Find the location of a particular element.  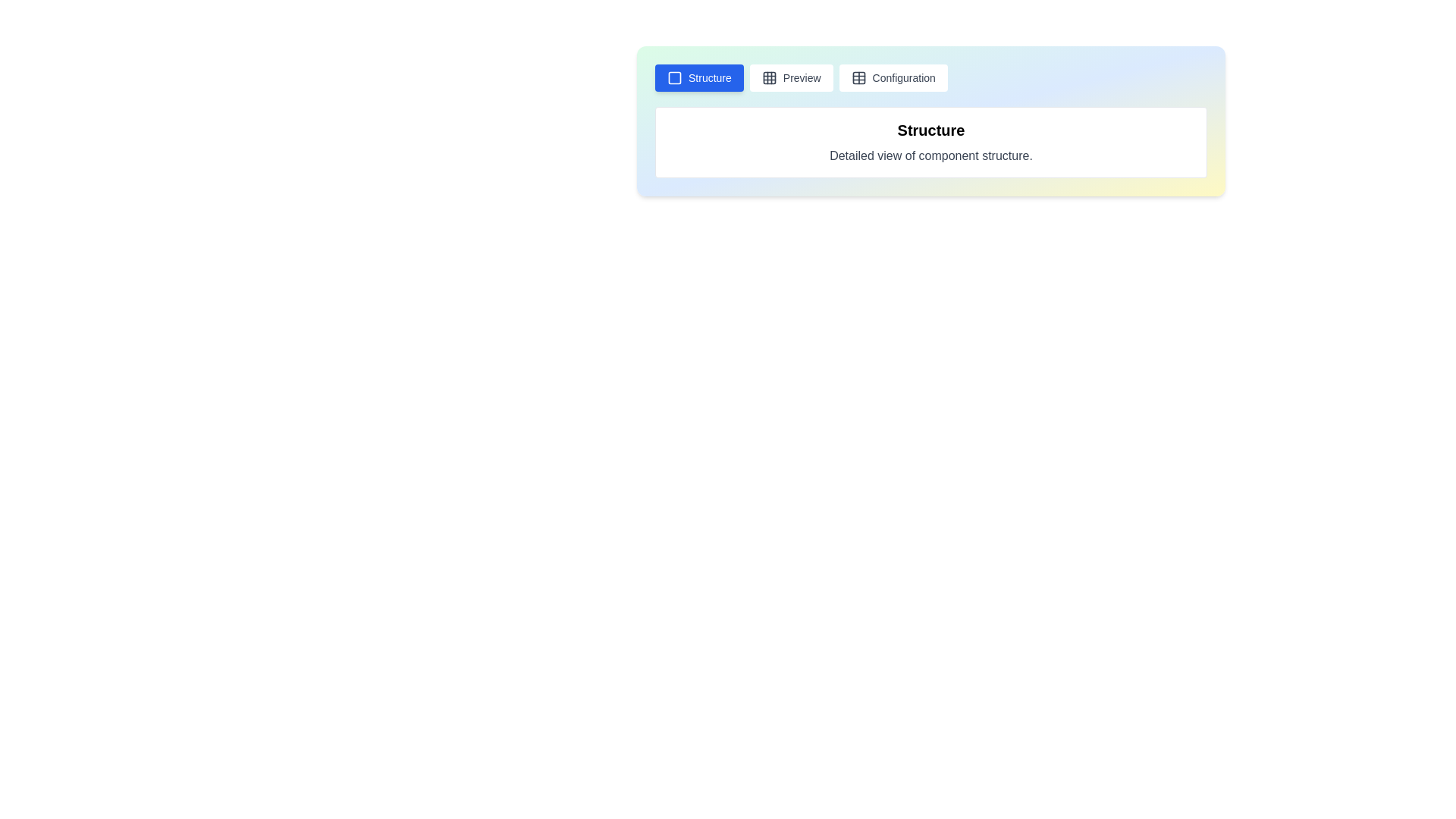

the Preview tab to observe its layout is located at coordinates (789, 78).